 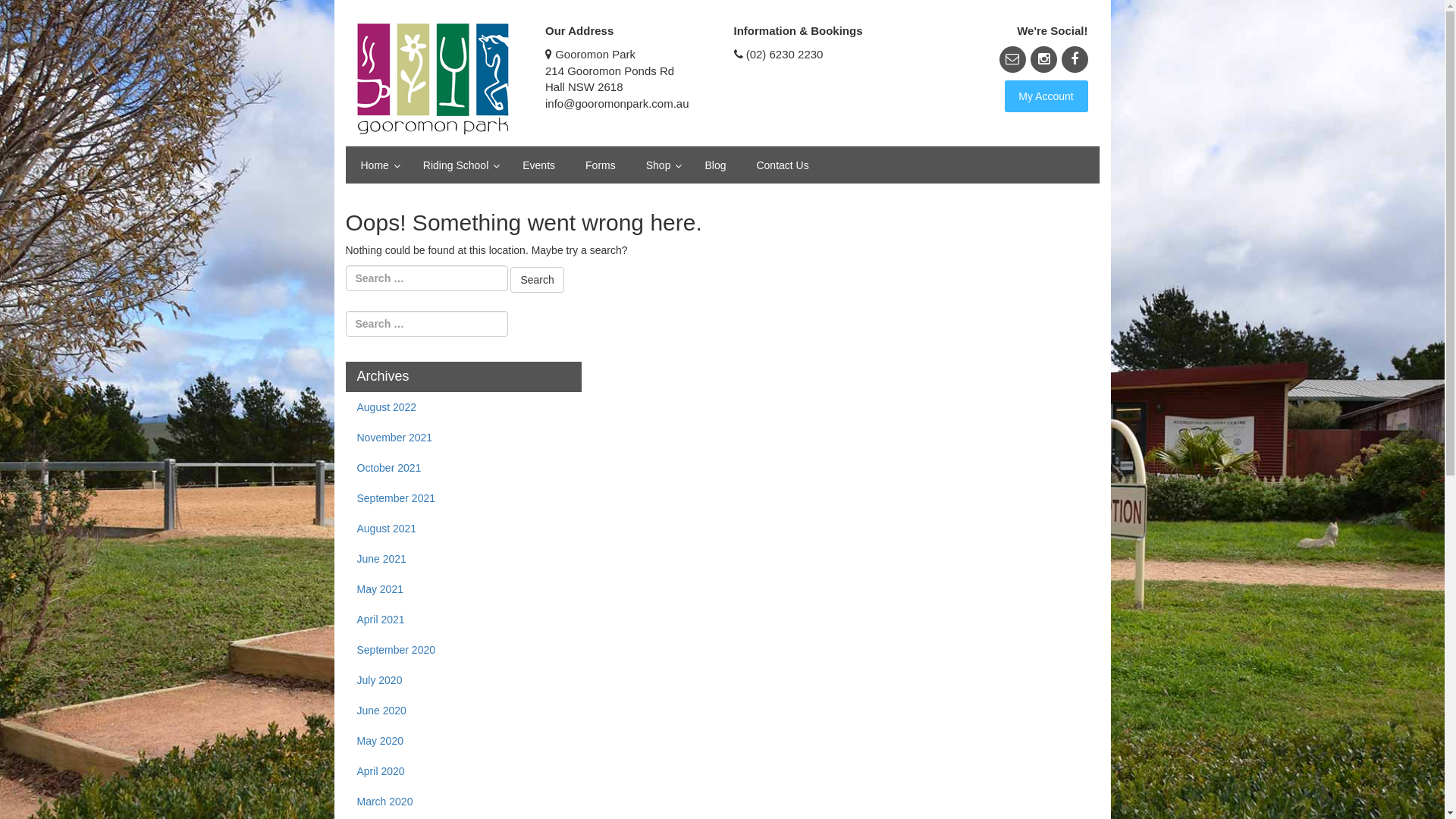 I want to click on 'August 2021', so click(x=345, y=528).